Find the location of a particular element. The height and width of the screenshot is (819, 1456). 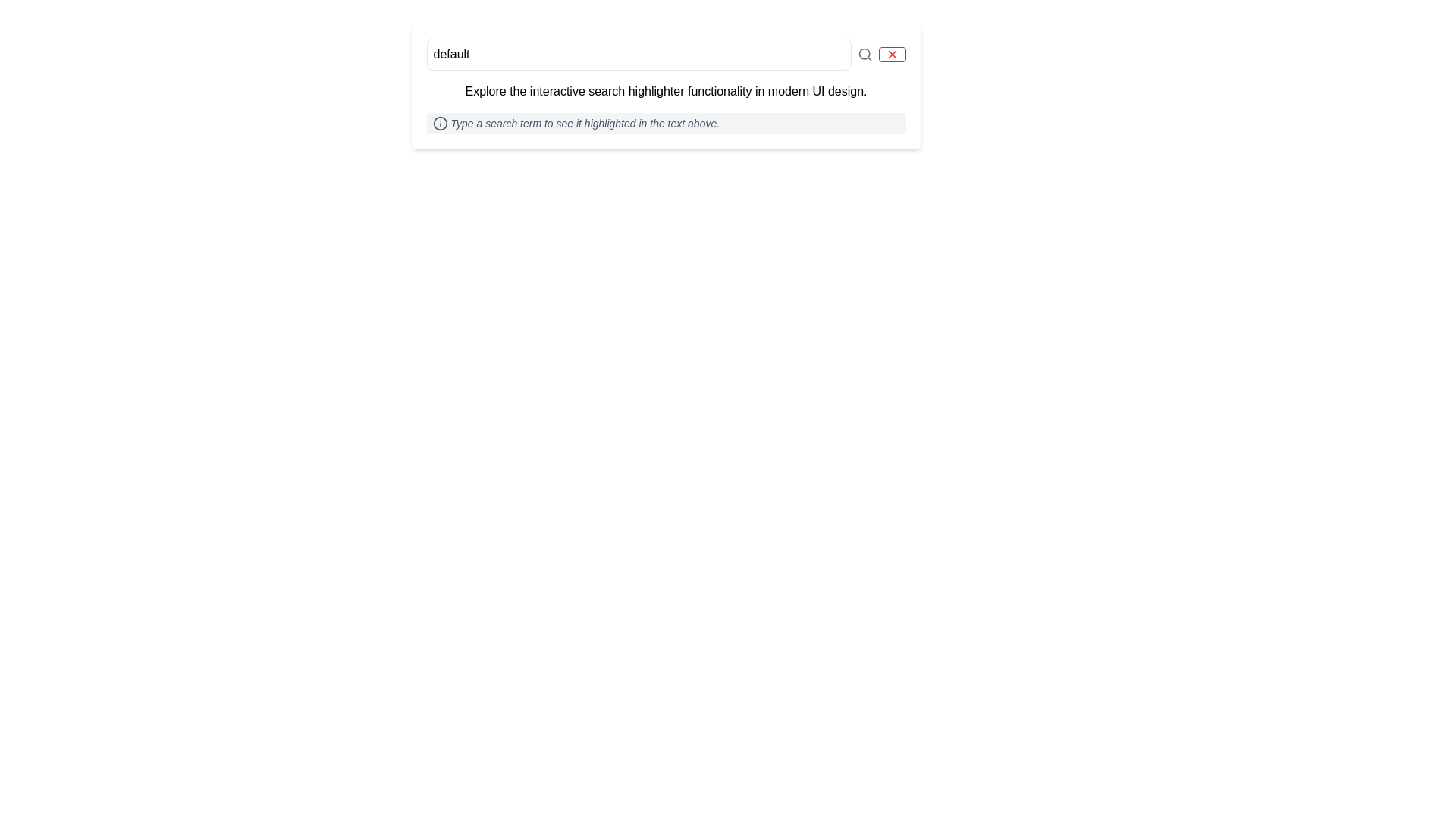

the Informational Banner that has a gray background, rounded corners, and contains an info icon with the message 'Type a search term is located at coordinates (666, 122).